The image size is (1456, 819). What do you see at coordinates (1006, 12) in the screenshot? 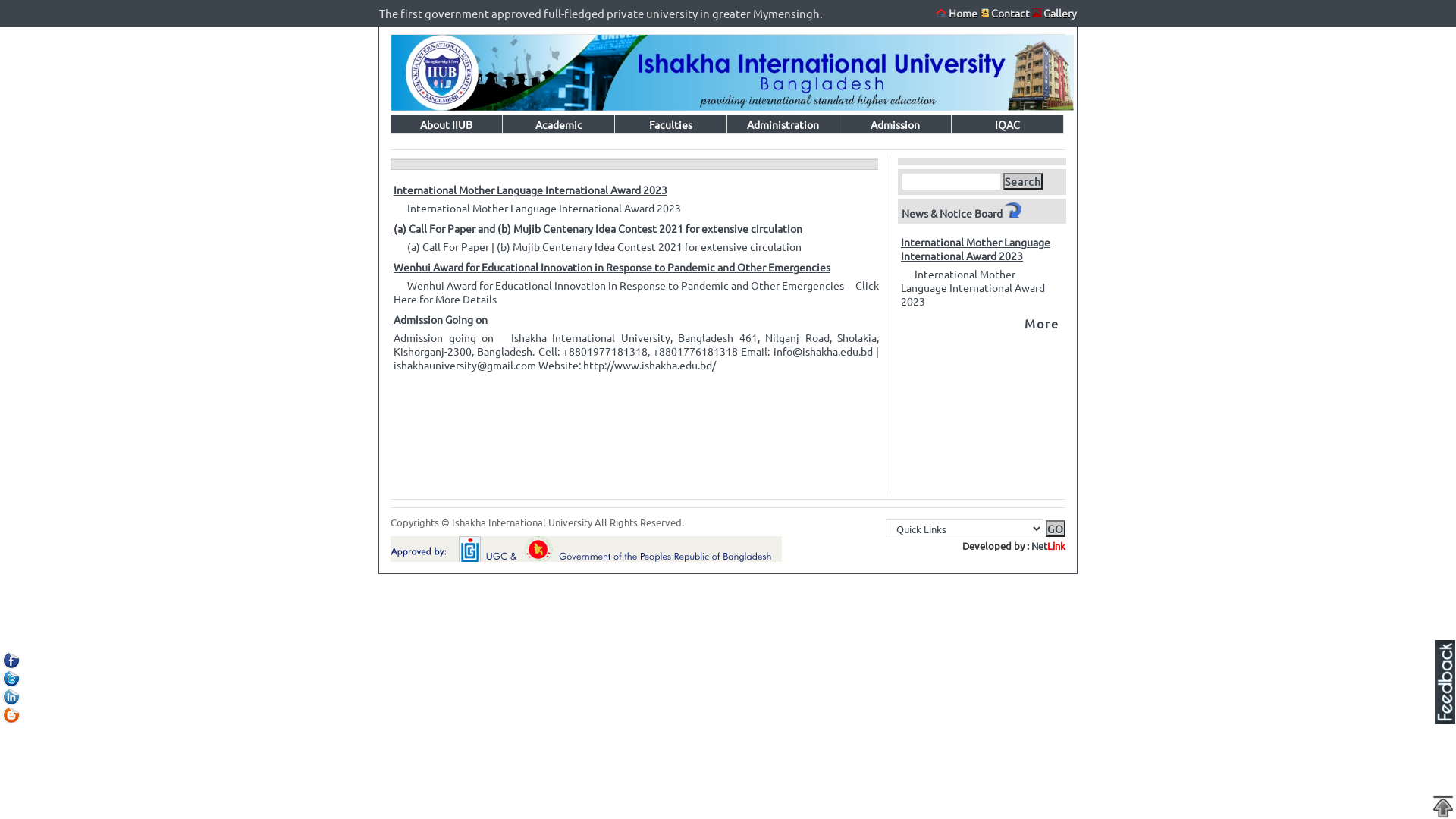
I see `'Contact'` at bounding box center [1006, 12].